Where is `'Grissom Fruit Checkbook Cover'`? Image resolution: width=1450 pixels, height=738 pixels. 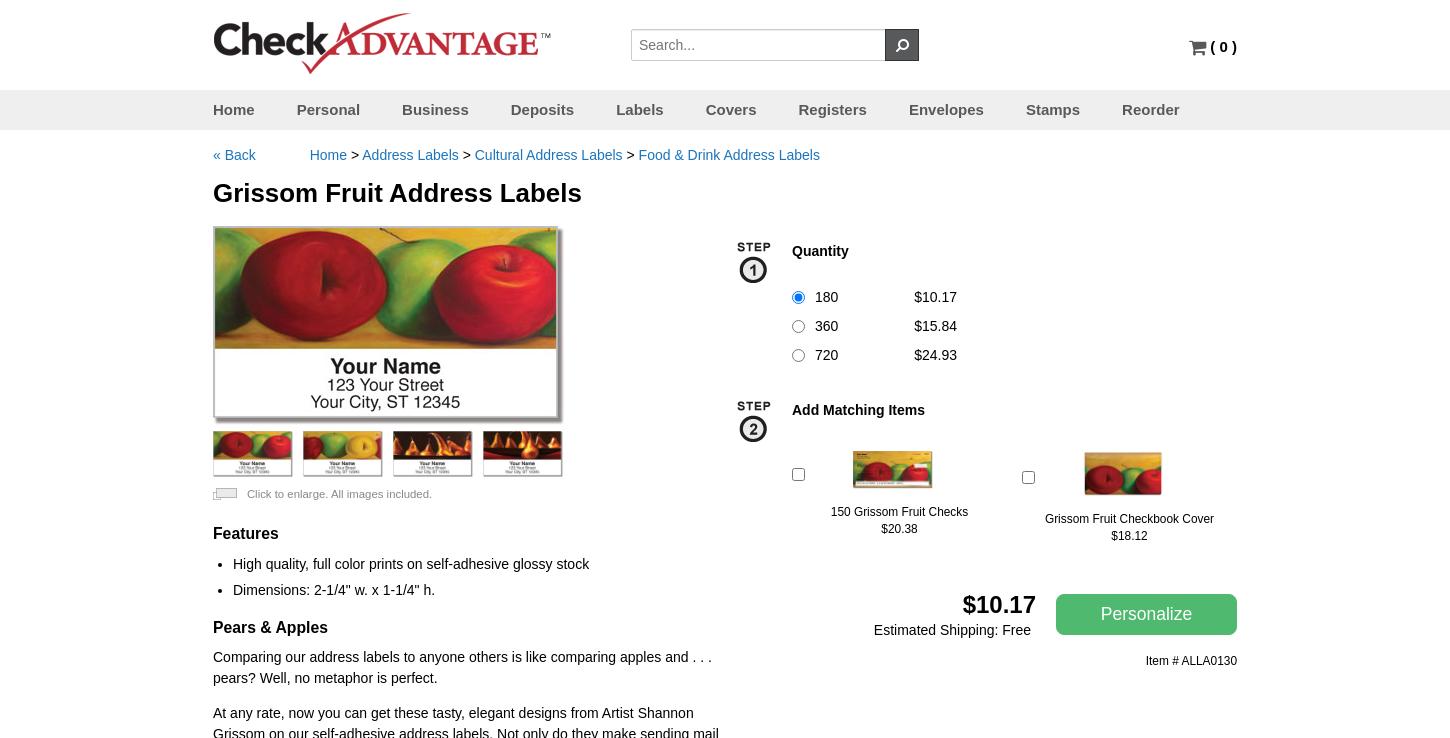 'Grissom Fruit Checkbook Cover' is located at coordinates (1127, 517).